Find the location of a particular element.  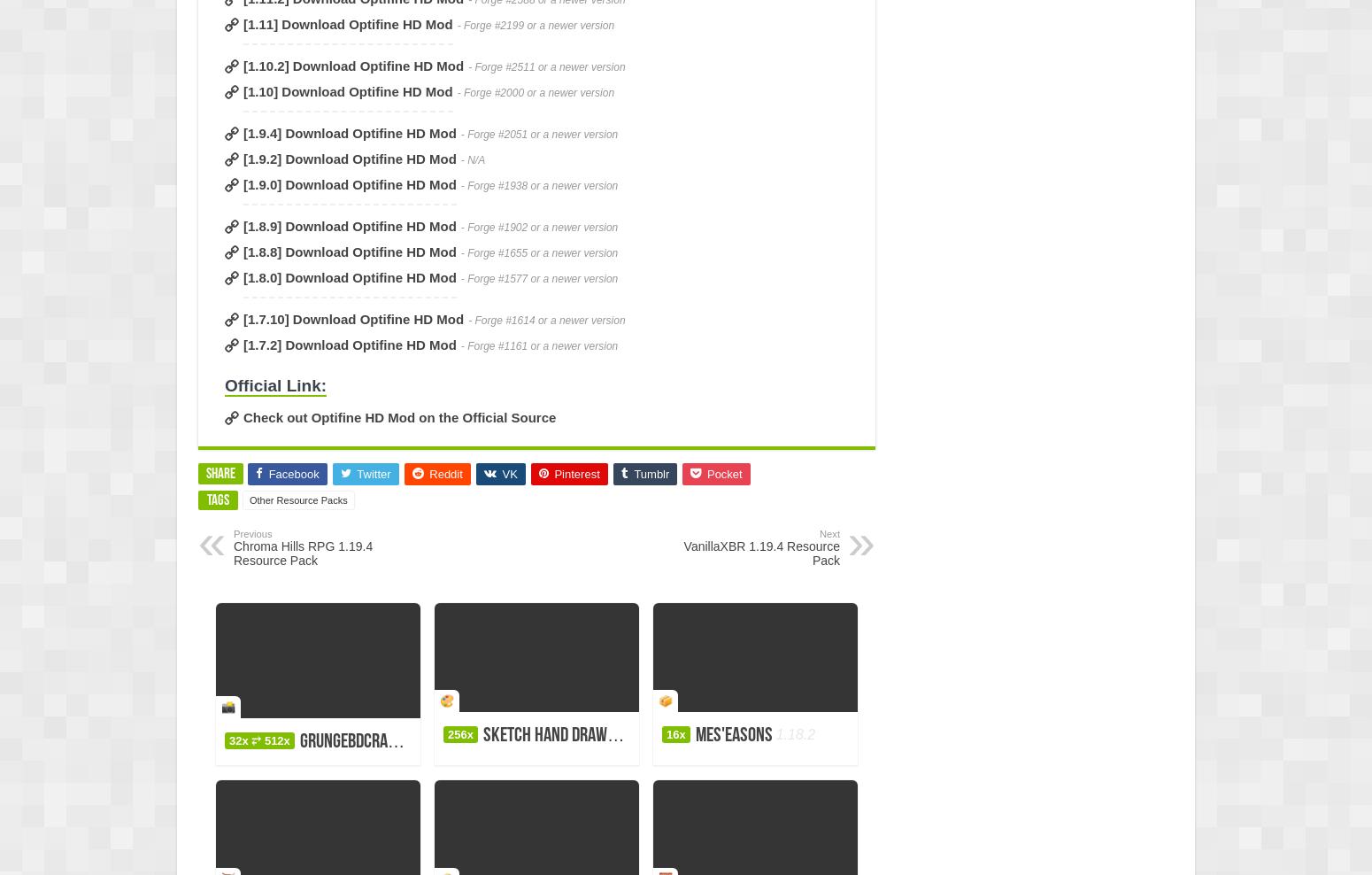

'Official Link:' is located at coordinates (274, 385).